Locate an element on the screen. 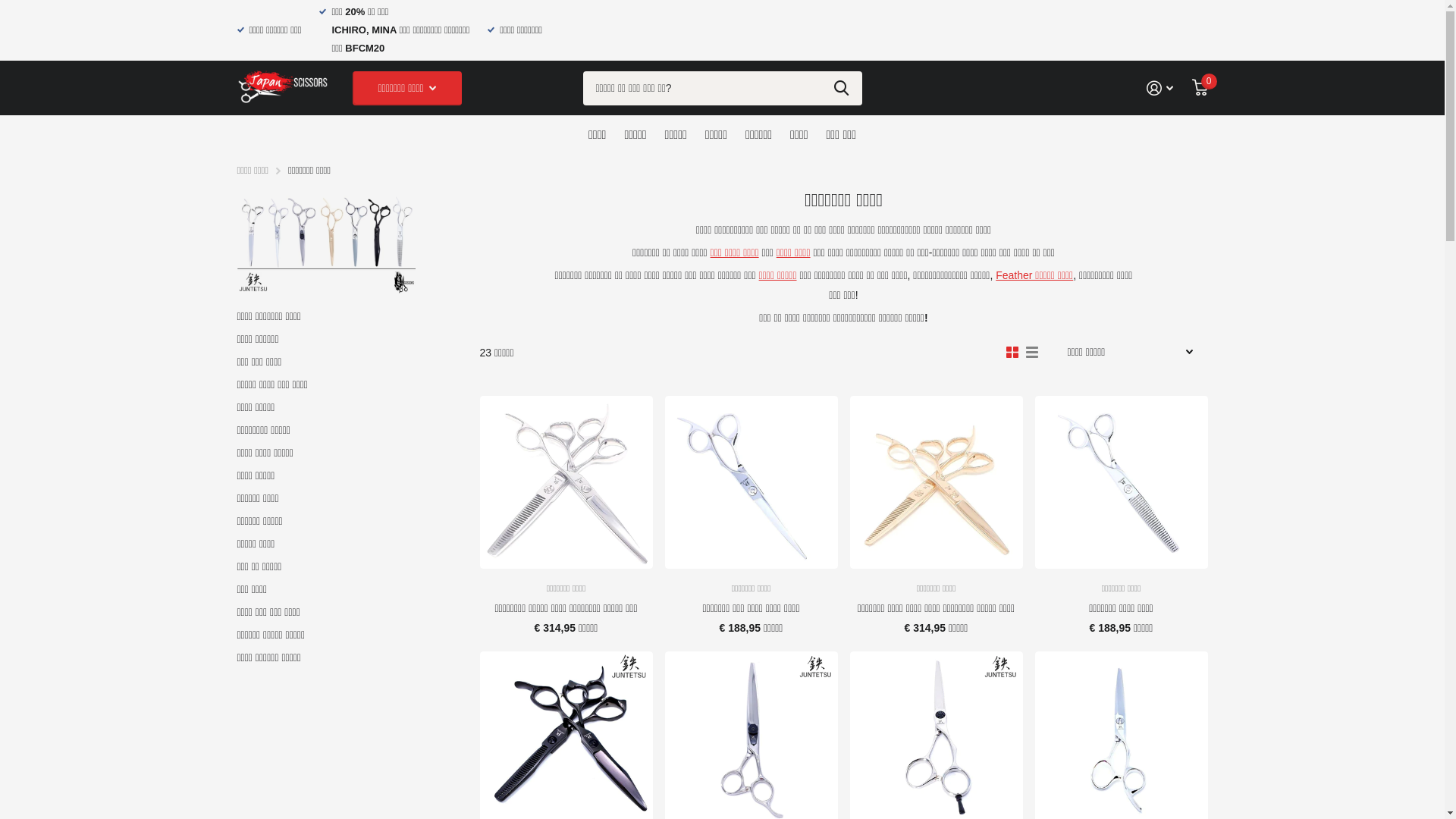 This screenshot has height=819, width=1456. '0' is located at coordinates (1199, 87).